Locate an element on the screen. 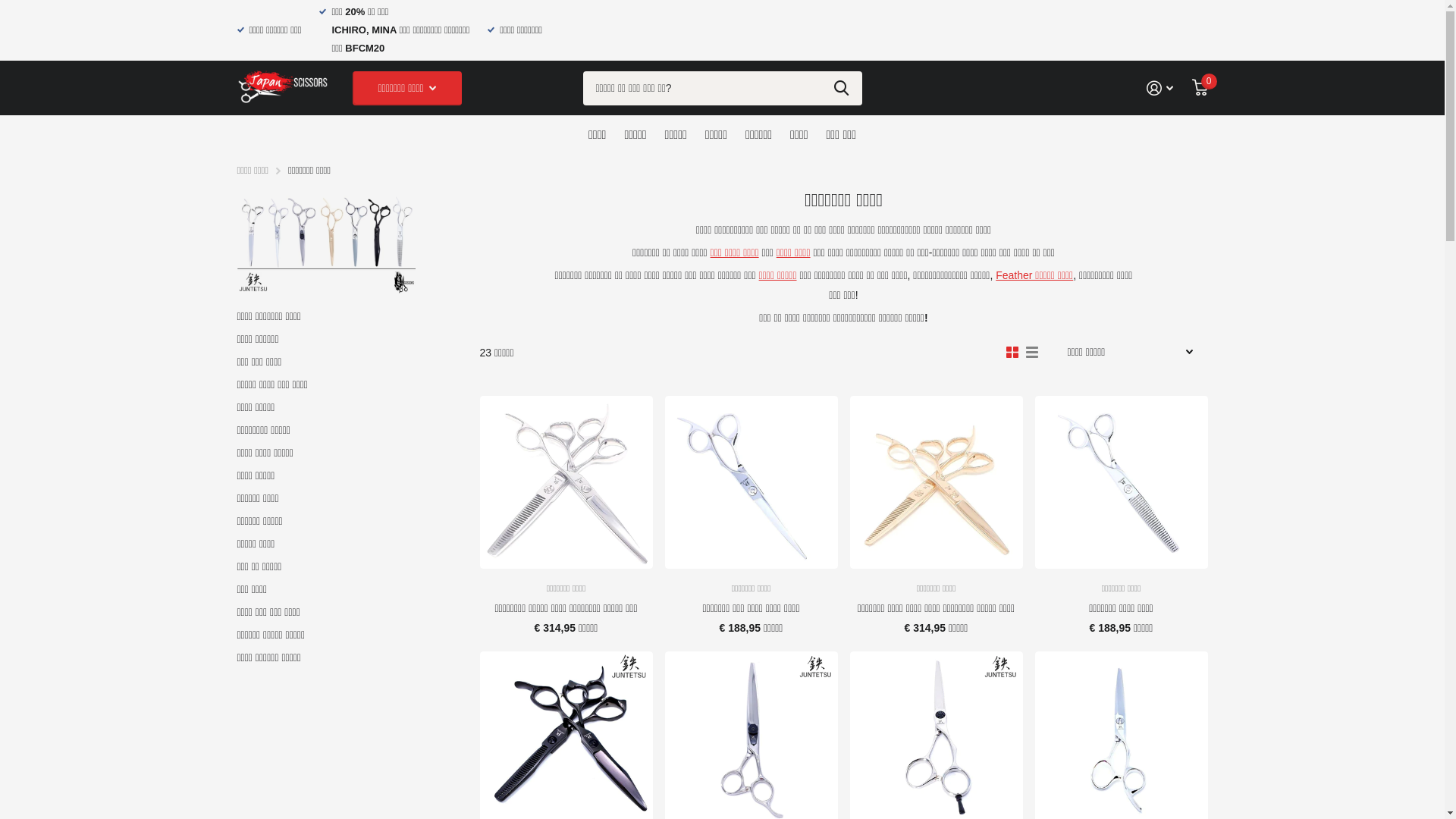 This screenshot has height=819, width=1456. '0' is located at coordinates (1199, 87).